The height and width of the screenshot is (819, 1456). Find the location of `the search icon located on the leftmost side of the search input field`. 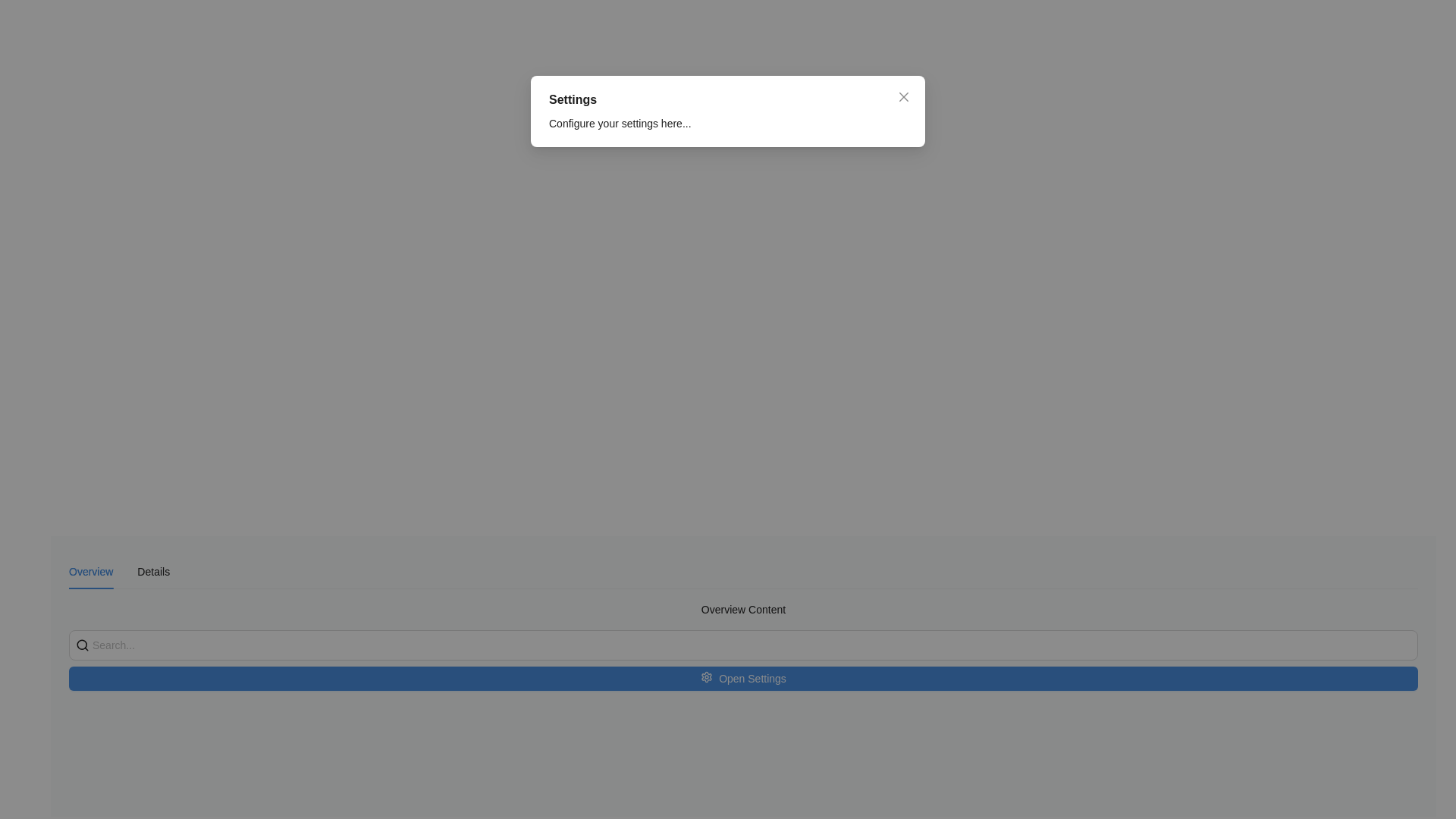

the search icon located on the leftmost side of the search input field is located at coordinates (82, 645).